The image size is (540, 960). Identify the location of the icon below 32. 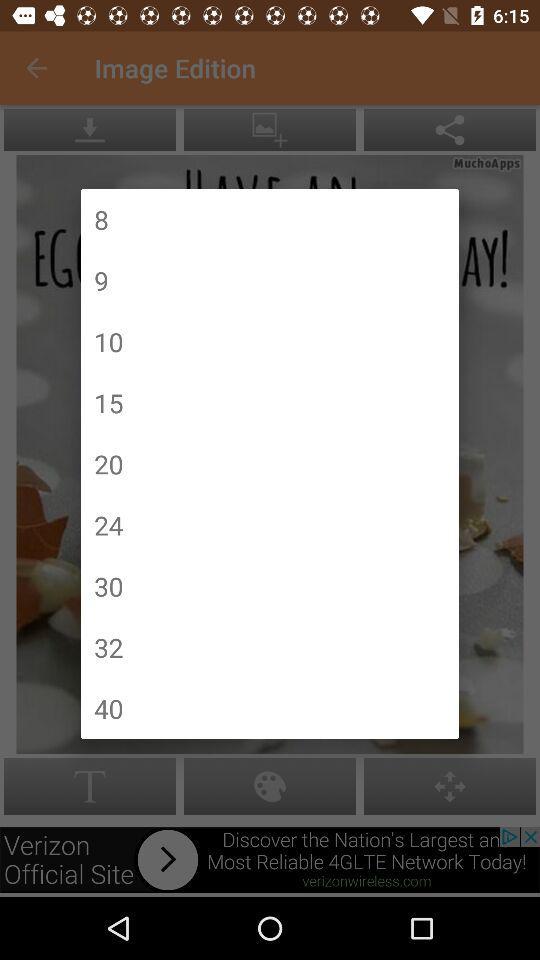
(108, 708).